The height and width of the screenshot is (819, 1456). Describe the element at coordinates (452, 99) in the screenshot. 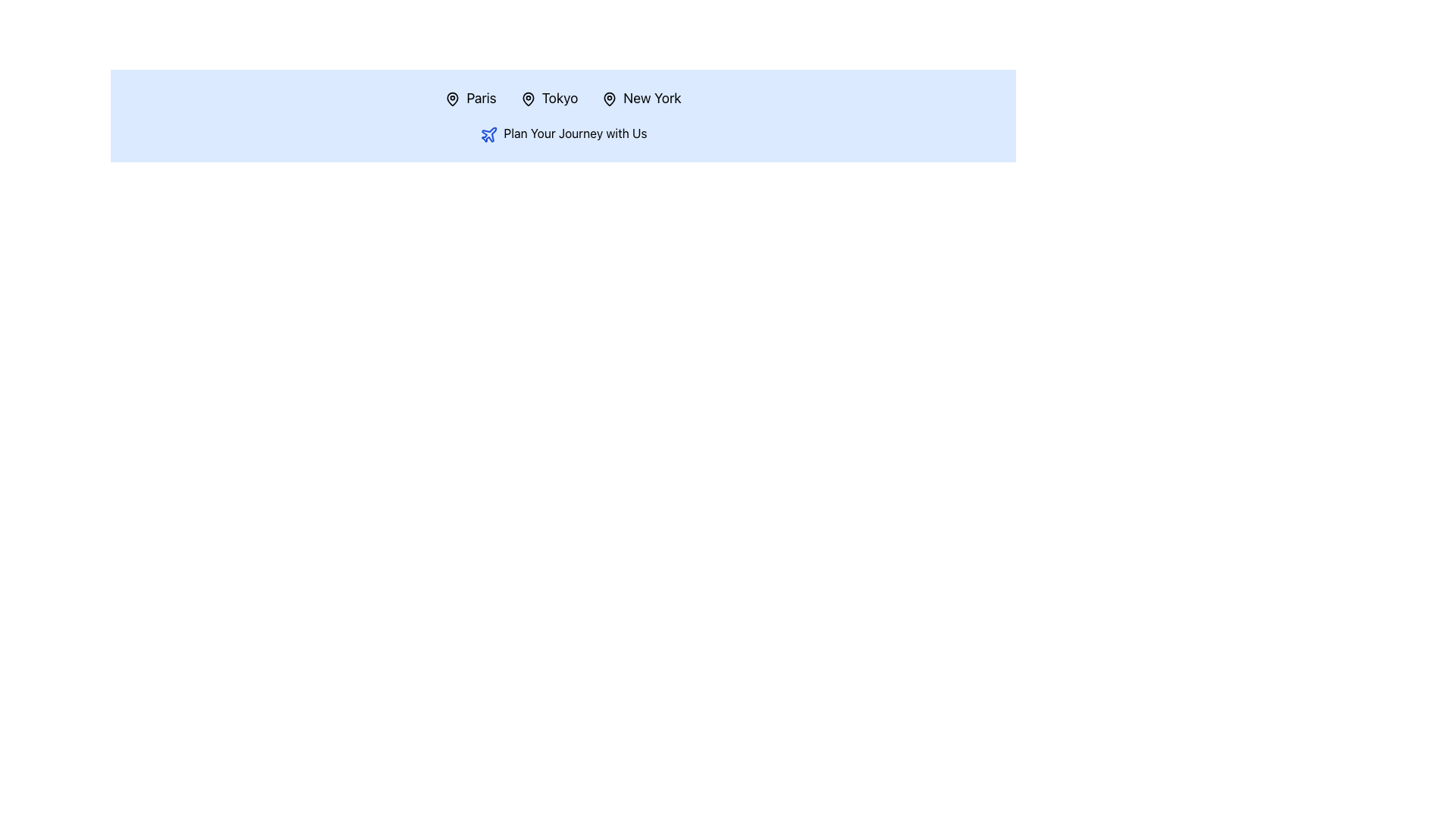

I see `the SVG-based map pin icon` at that location.